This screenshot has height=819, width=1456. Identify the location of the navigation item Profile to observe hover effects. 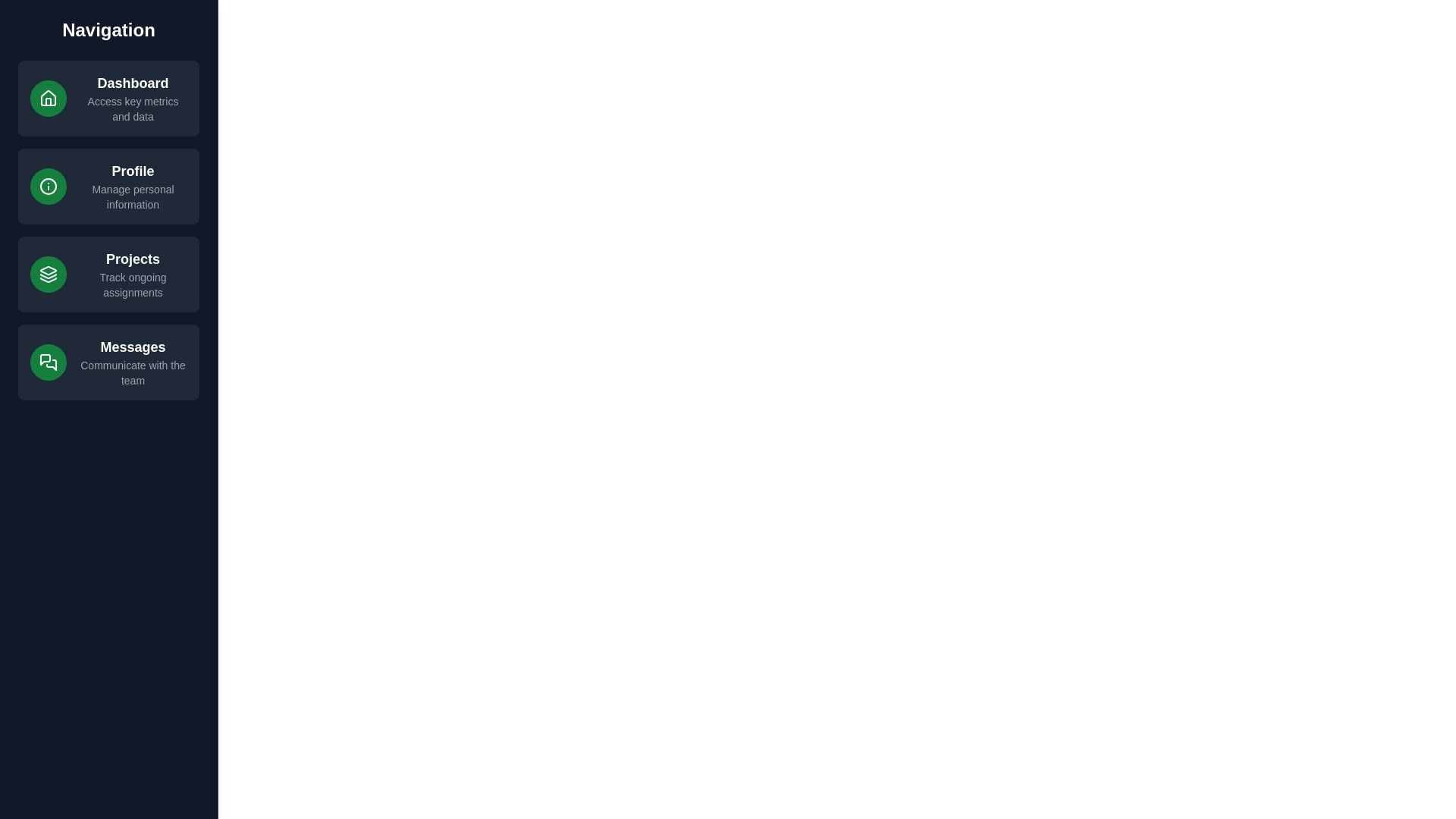
(108, 186).